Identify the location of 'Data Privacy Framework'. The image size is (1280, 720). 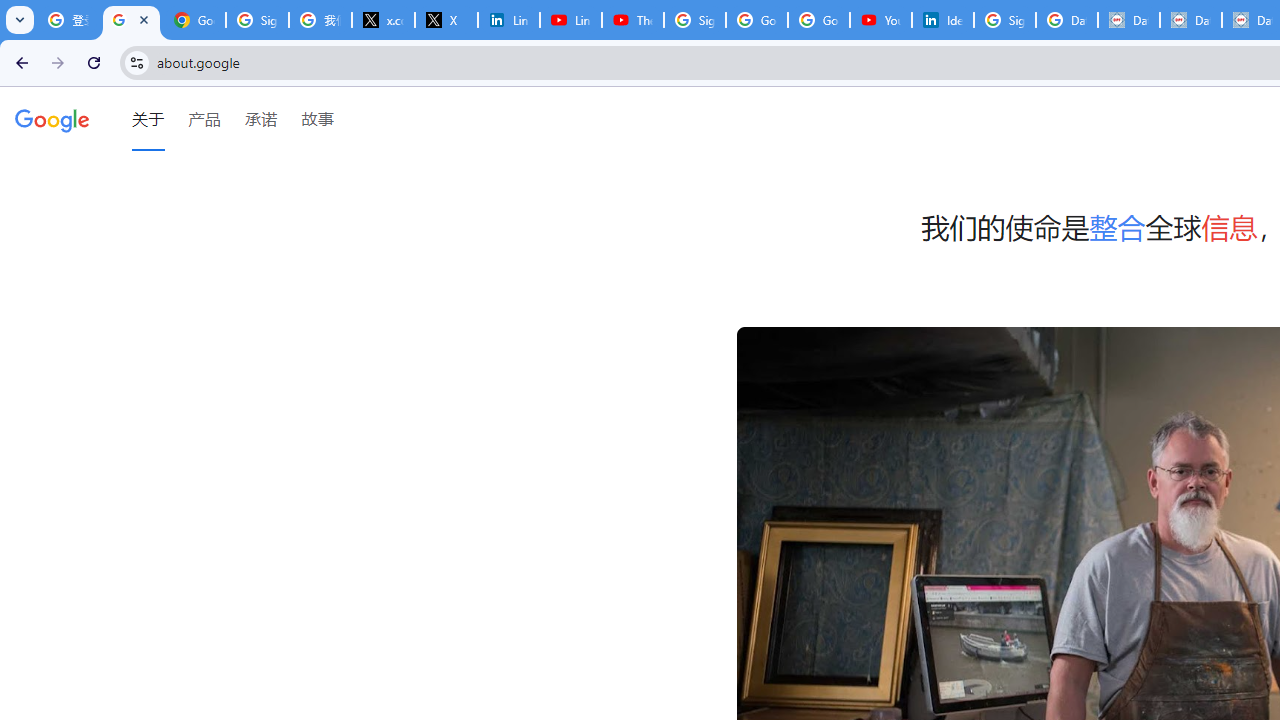
(1128, 20).